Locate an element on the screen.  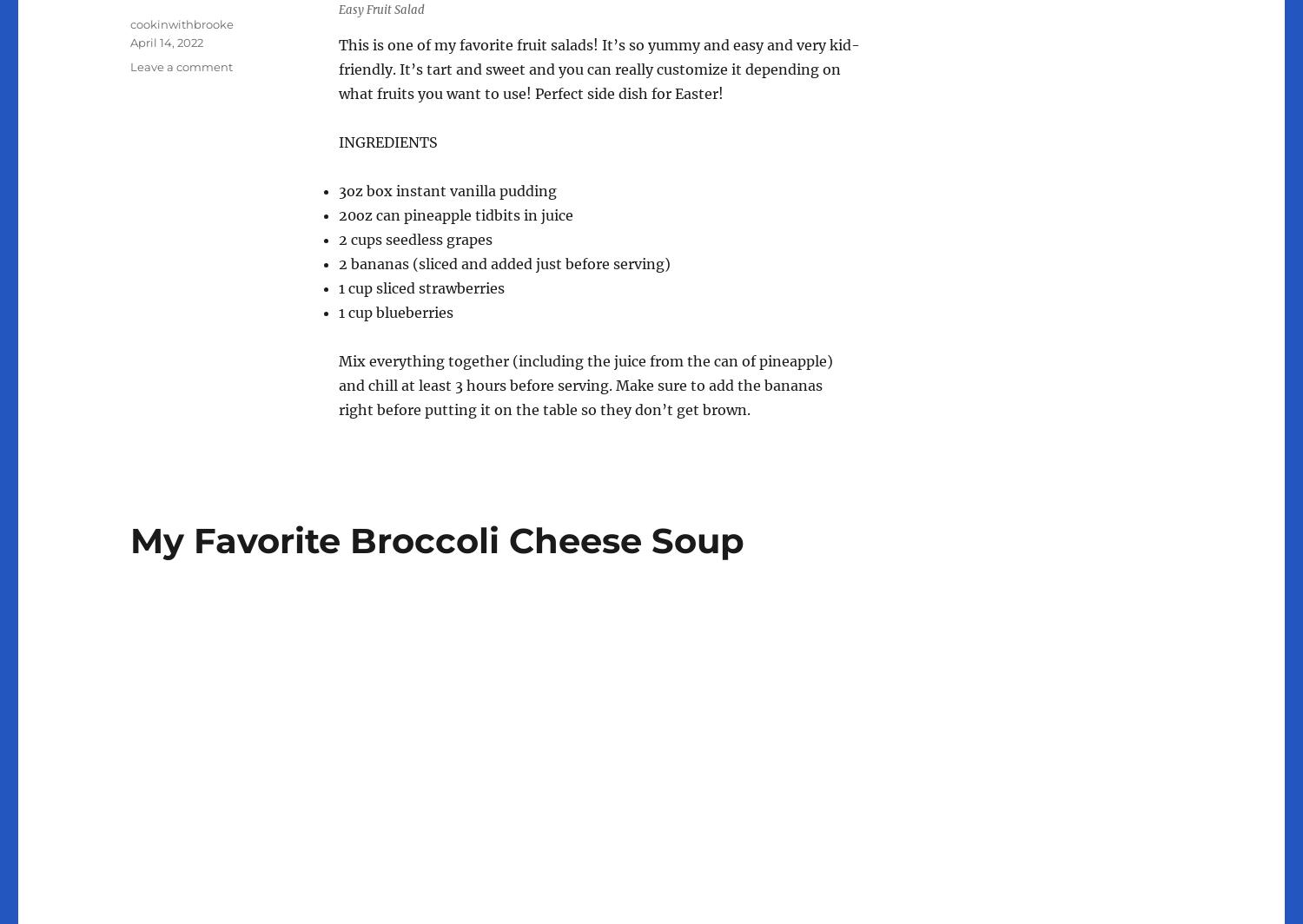
'cookinwithbrooke' is located at coordinates (181, 23).